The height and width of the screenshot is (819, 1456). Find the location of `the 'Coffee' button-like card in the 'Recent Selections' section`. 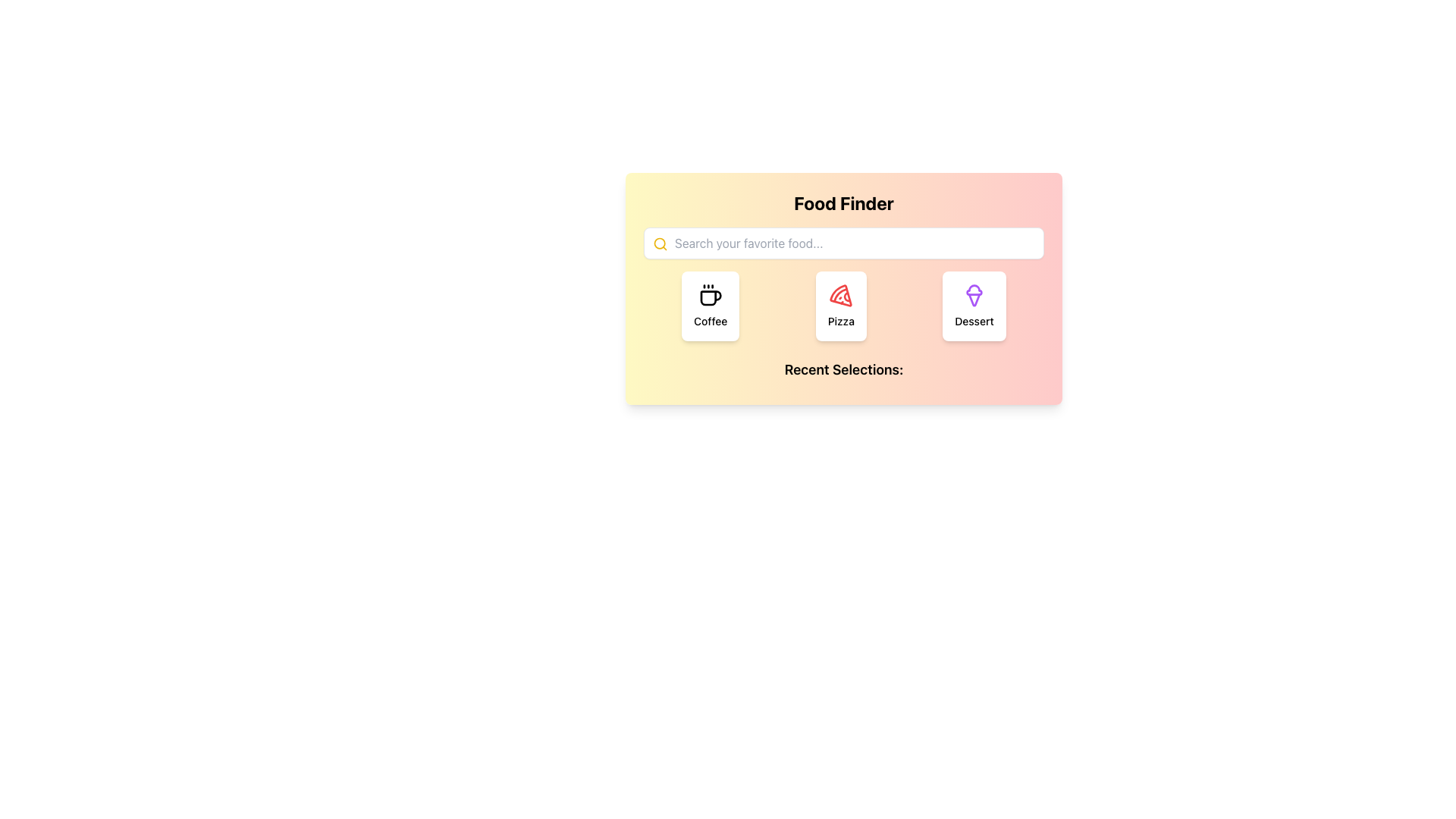

the 'Coffee' button-like card in the 'Recent Selections' section is located at coordinates (710, 306).